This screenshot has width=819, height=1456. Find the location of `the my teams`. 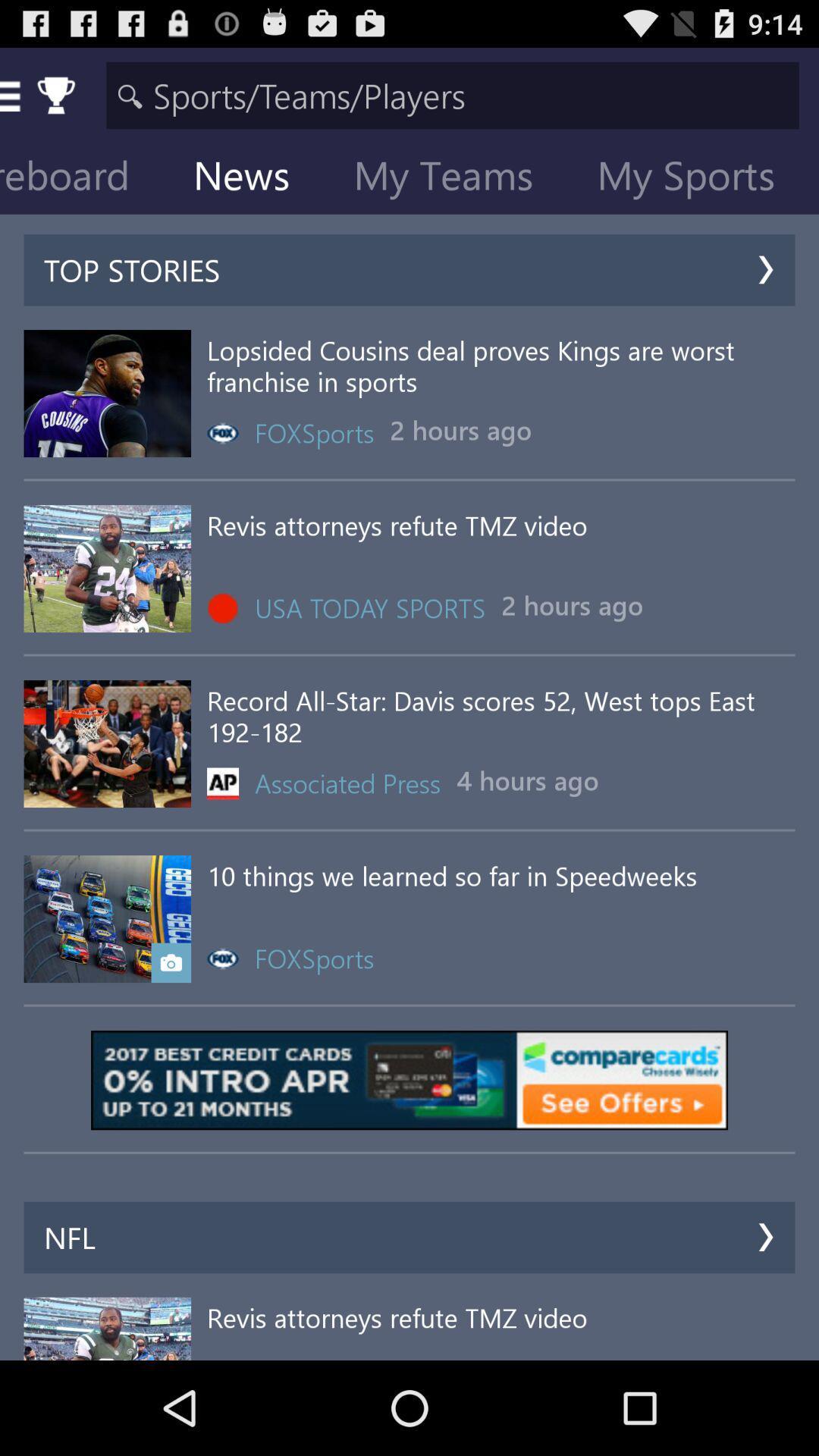

the my teams is located at coordinates (454, 178).